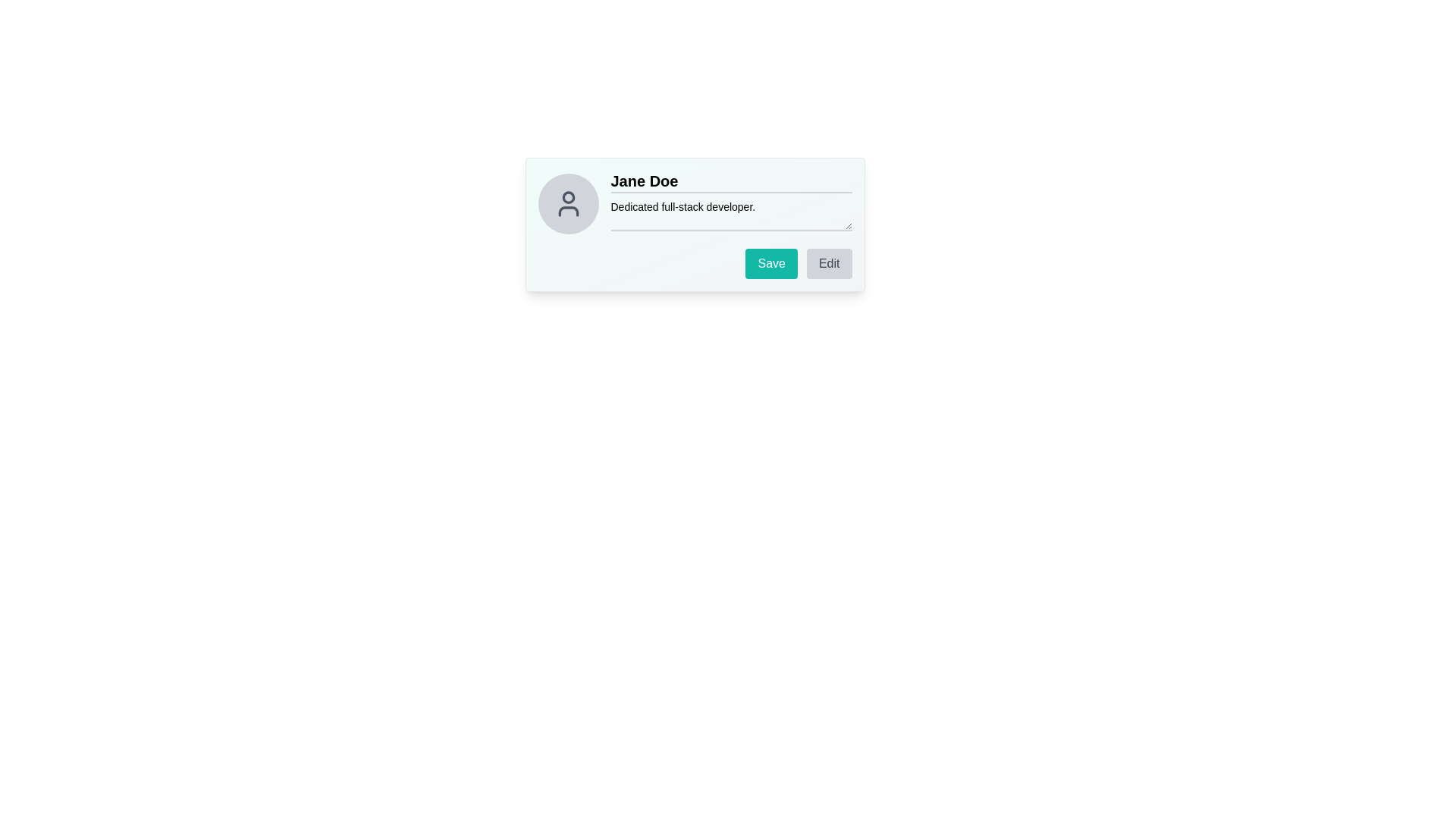 The image size is (1456, 819). What do you see at coordinates (731, 215) in the screenshot?
I see `the text input field for the user's job title located below 'Jane Doe'` at bounding box center [731, 215].